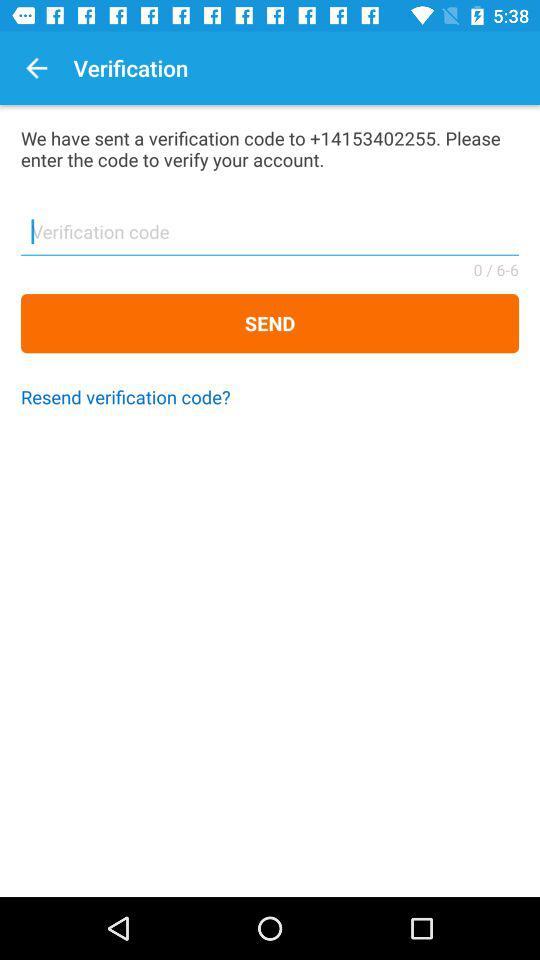 The width and height of the screenshot is (540, 960). Describe the element at coordinates (270, 238) in the screenshot. I see `verification code required` at that location.